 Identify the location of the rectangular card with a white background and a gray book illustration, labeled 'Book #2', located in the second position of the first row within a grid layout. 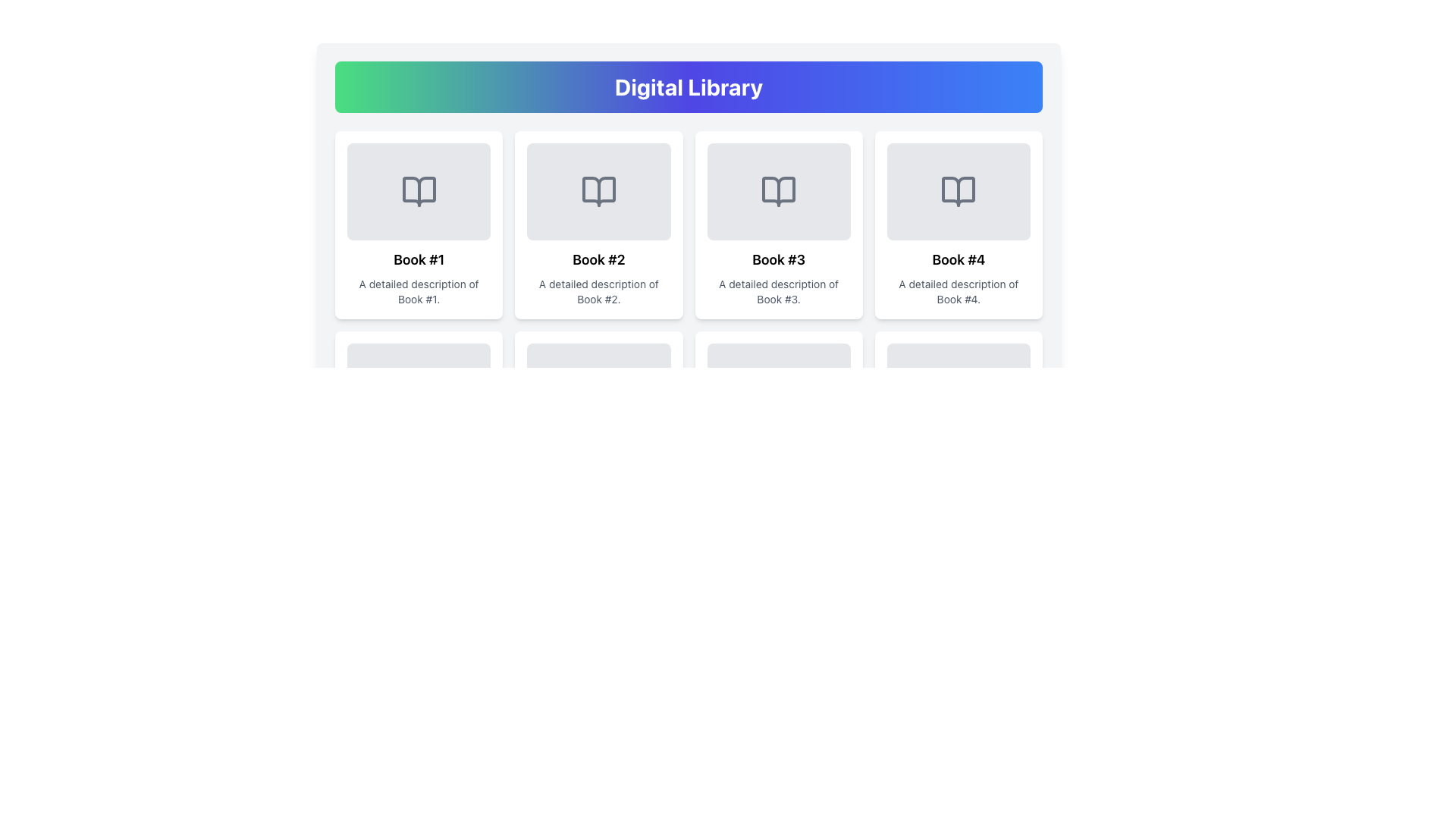
(598, 225).